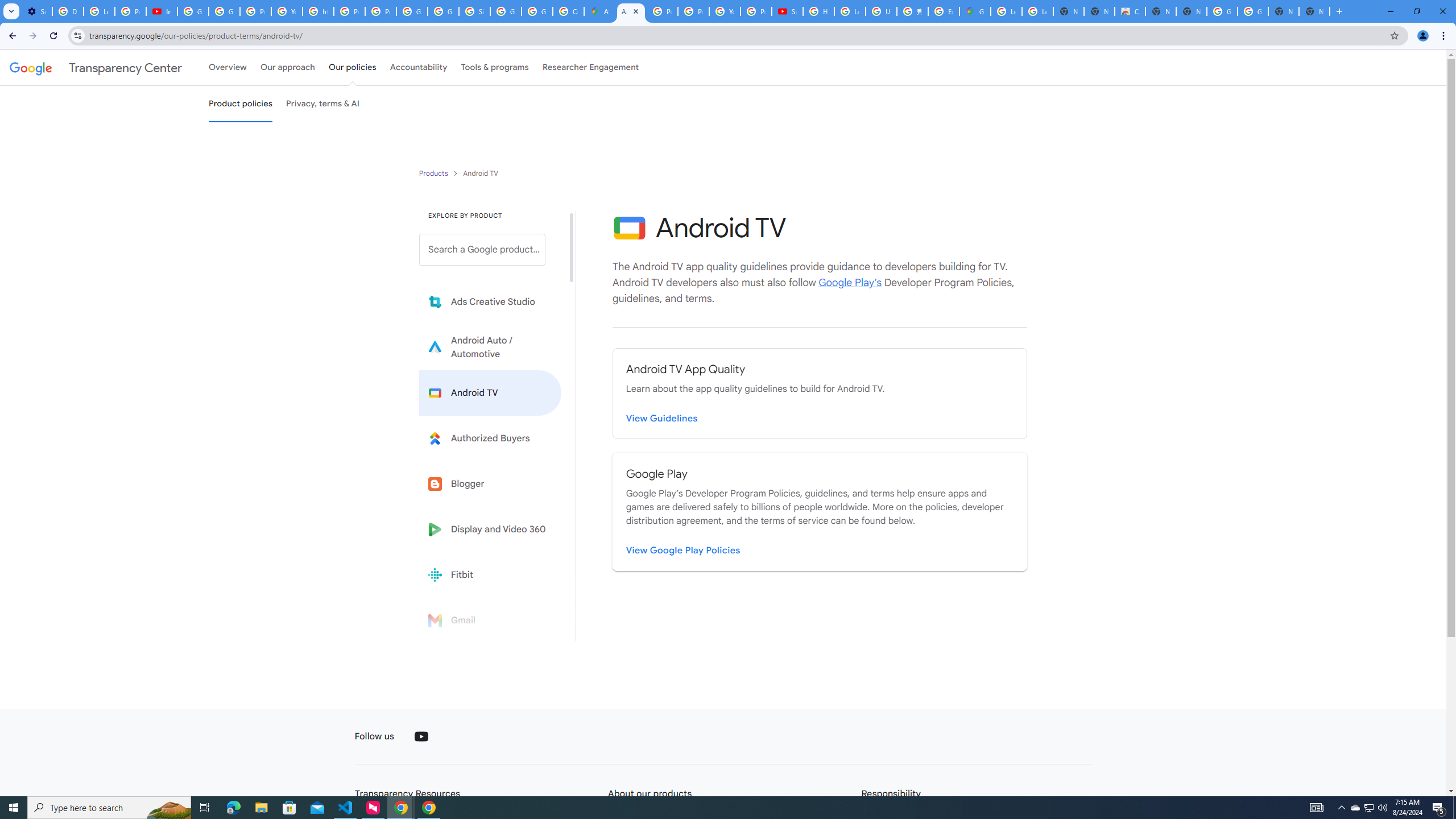 The width and height of the screenshot is (1456, 819). I want to click on 'Learn more about Android Auto', so click(490, 347).